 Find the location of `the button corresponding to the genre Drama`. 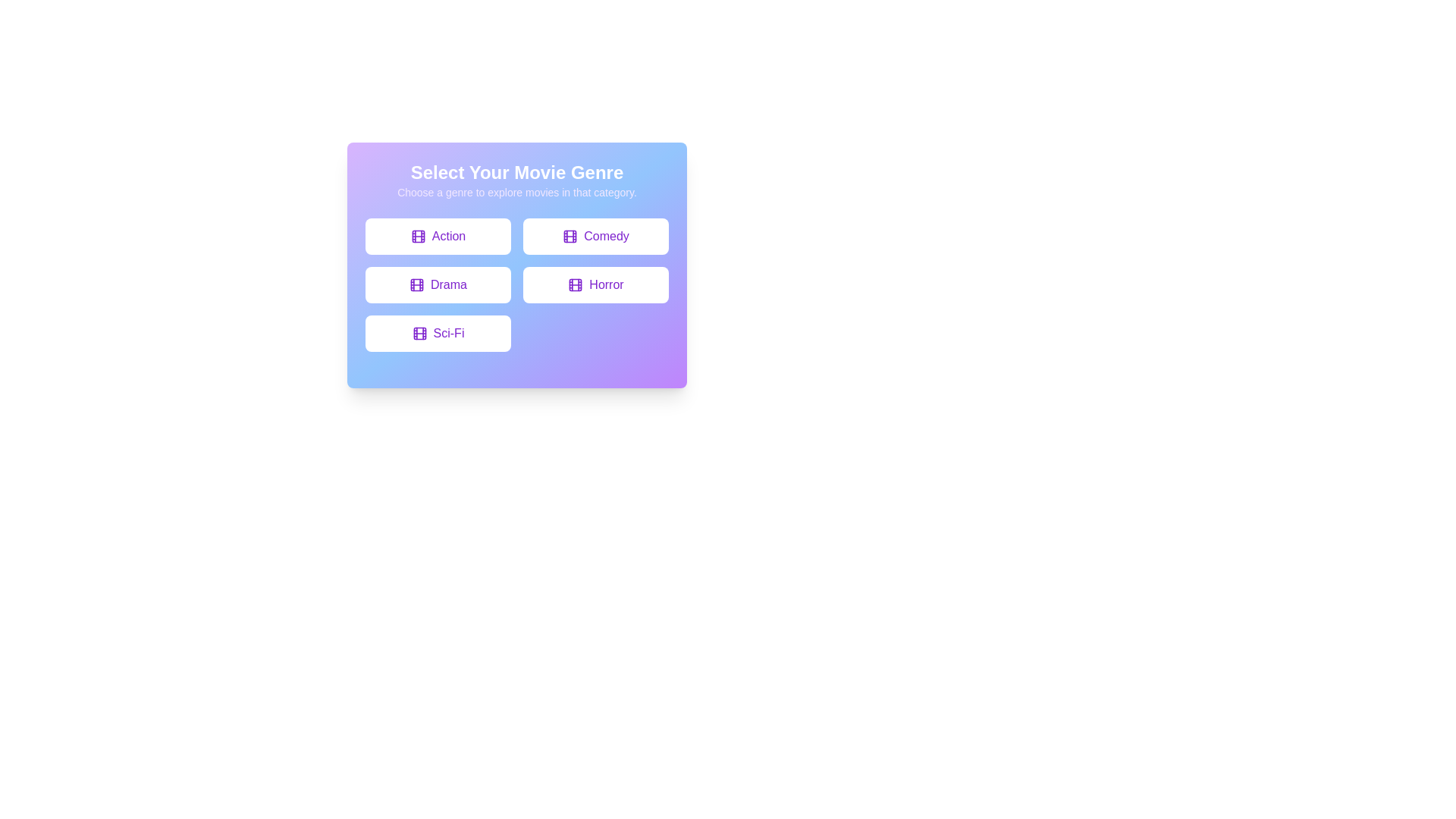

the button corresponding to the genre Drama is located at coordinates (437, 284).